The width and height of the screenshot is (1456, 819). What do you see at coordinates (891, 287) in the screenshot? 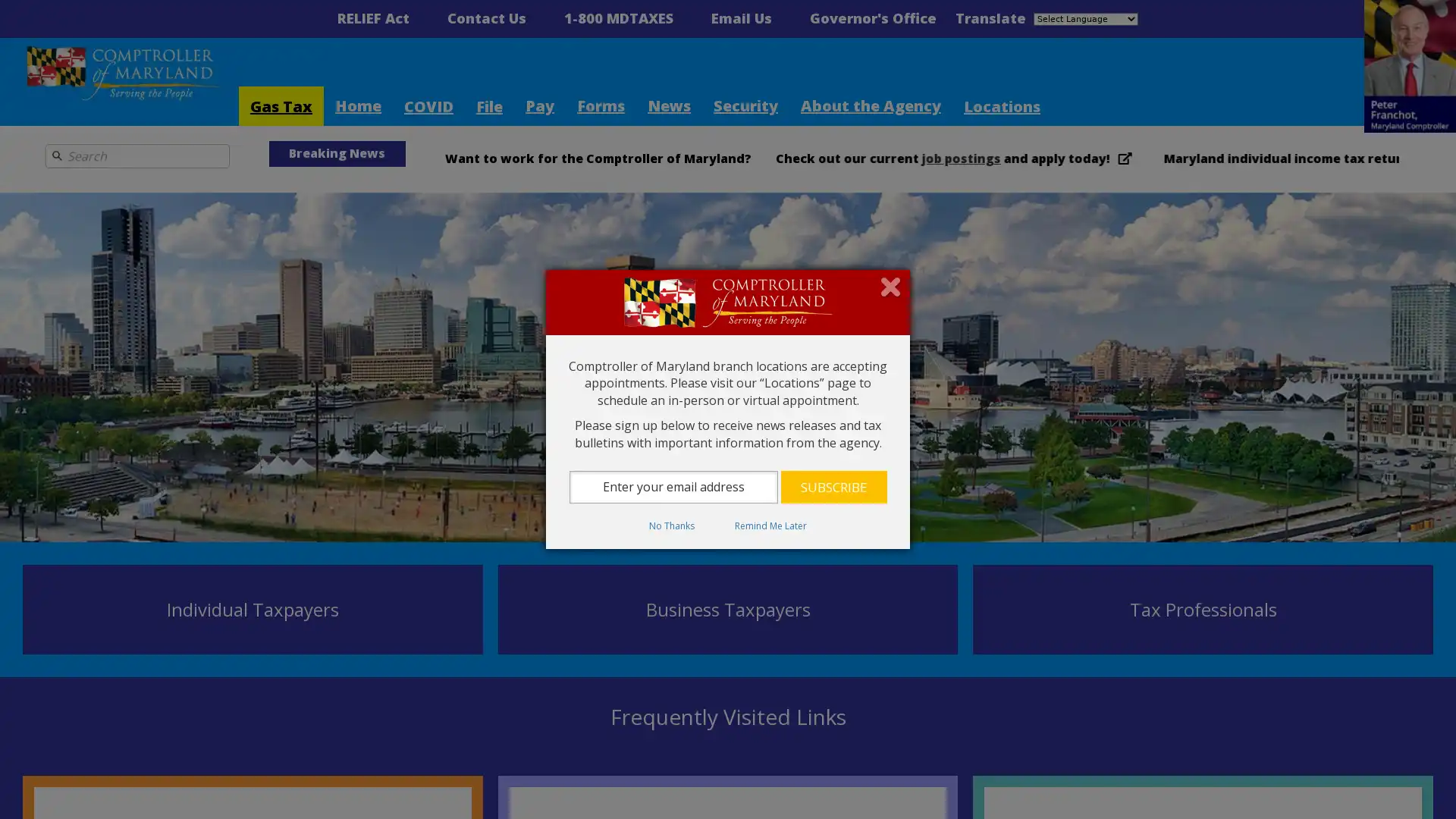
I see `Close subscription dialog` at bounding box center [891, 287].